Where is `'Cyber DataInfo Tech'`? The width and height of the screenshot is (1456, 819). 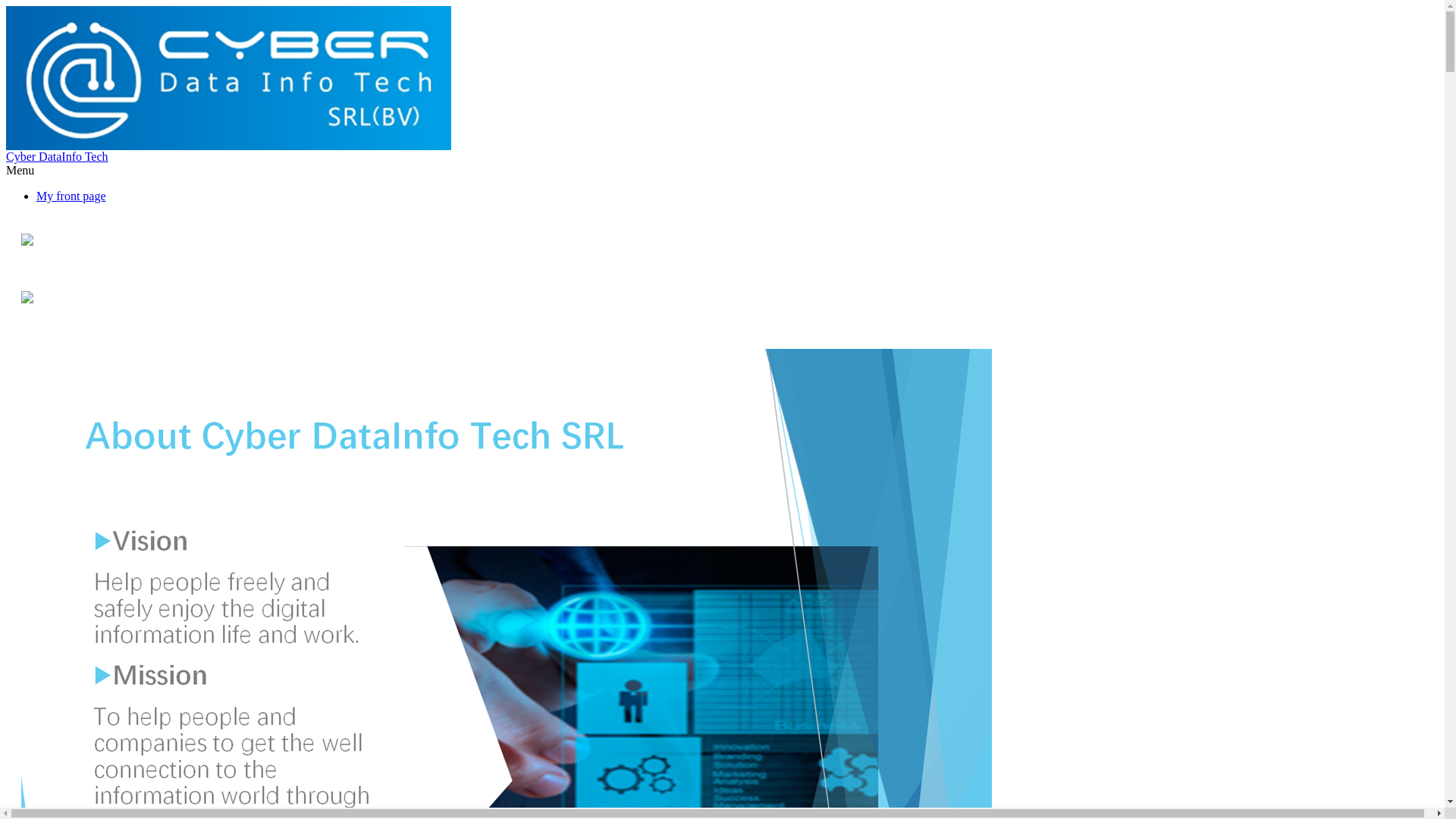 'Cyber DataInfo Tech' is located at coordinates (57, 156).